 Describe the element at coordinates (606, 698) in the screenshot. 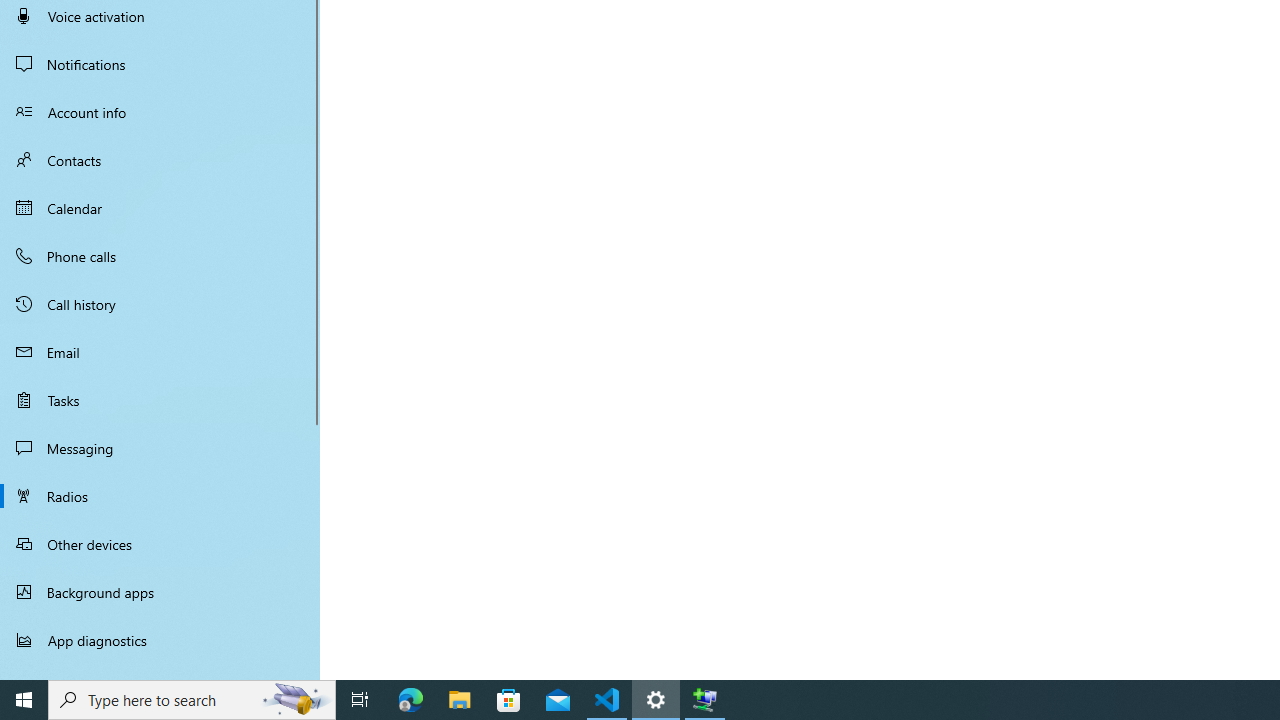

I see `'Visual Studio Code - 1 running window'` at that location.